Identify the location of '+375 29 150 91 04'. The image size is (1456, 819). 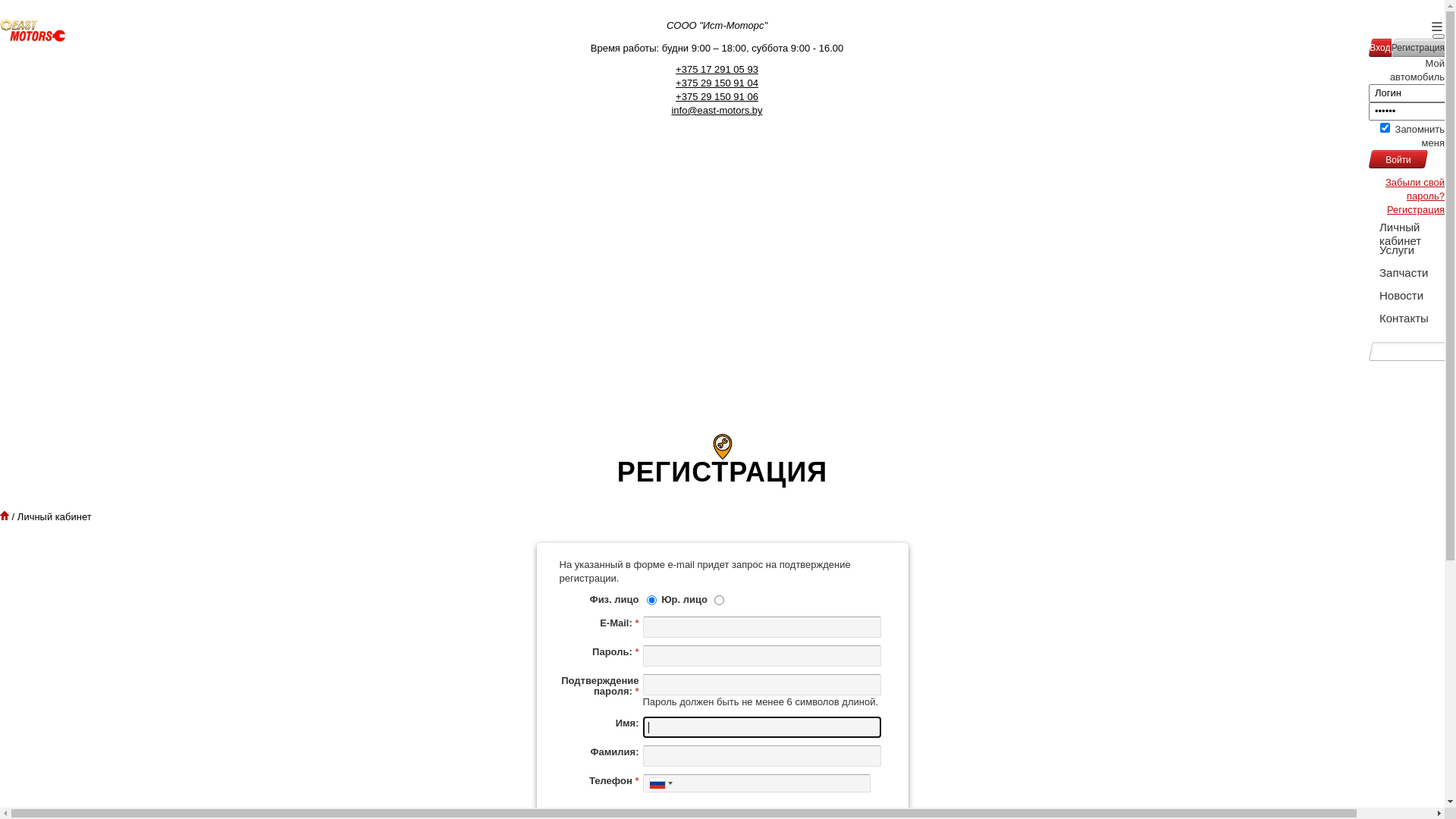
(716, 83).